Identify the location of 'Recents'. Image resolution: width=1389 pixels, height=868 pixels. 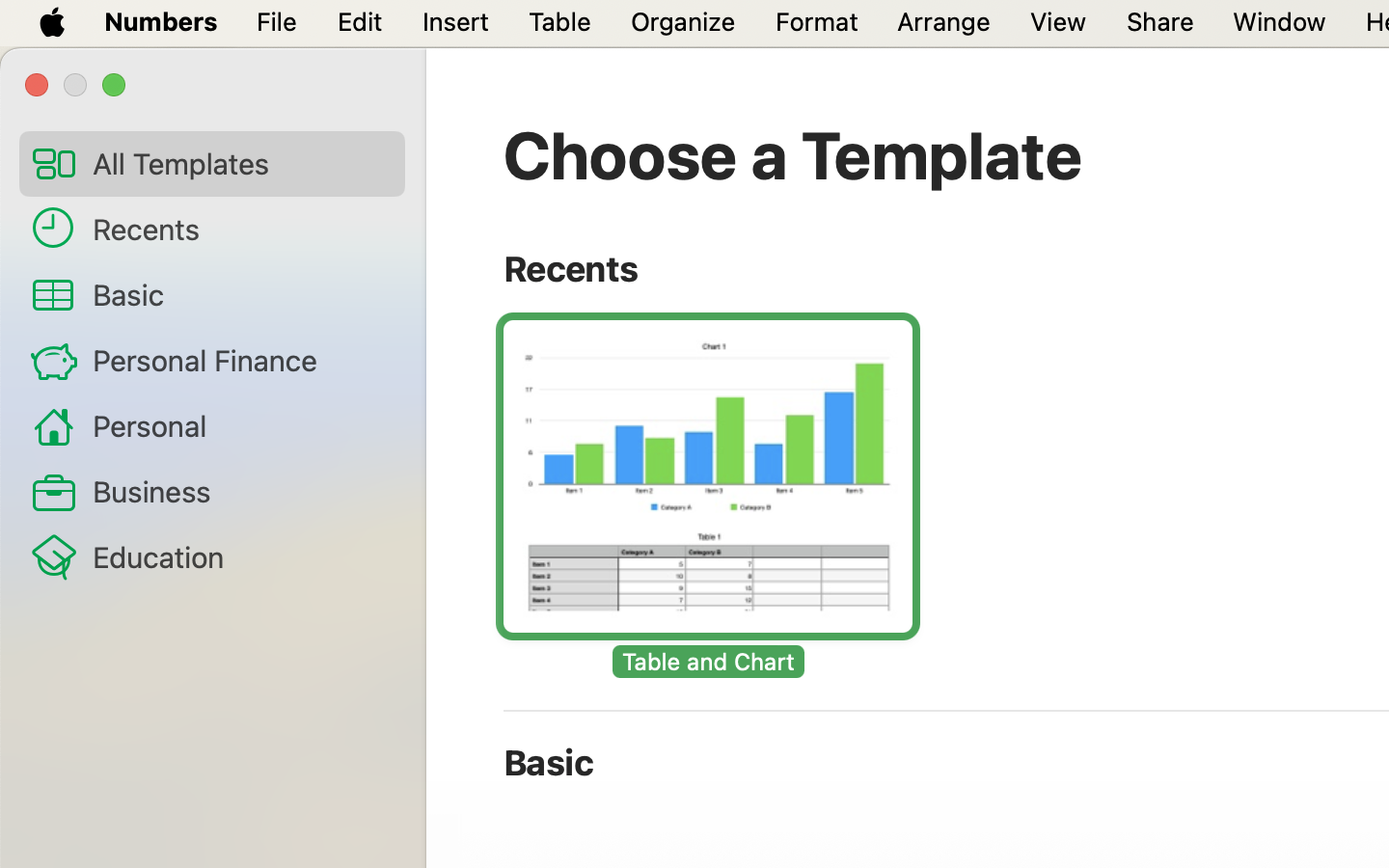
(239, 227).